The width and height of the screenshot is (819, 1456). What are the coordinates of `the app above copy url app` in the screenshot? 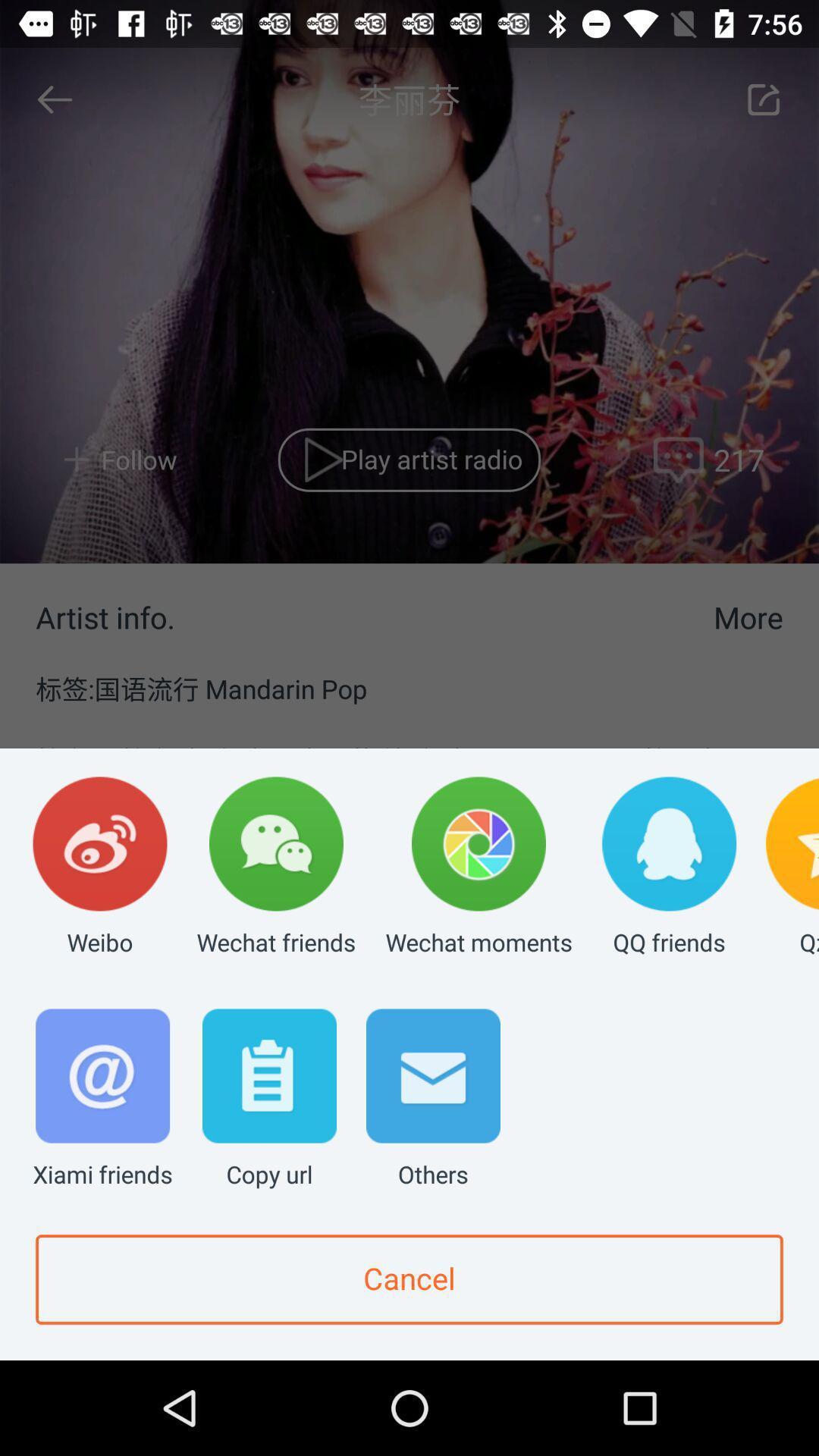 It's located at (276, 868).